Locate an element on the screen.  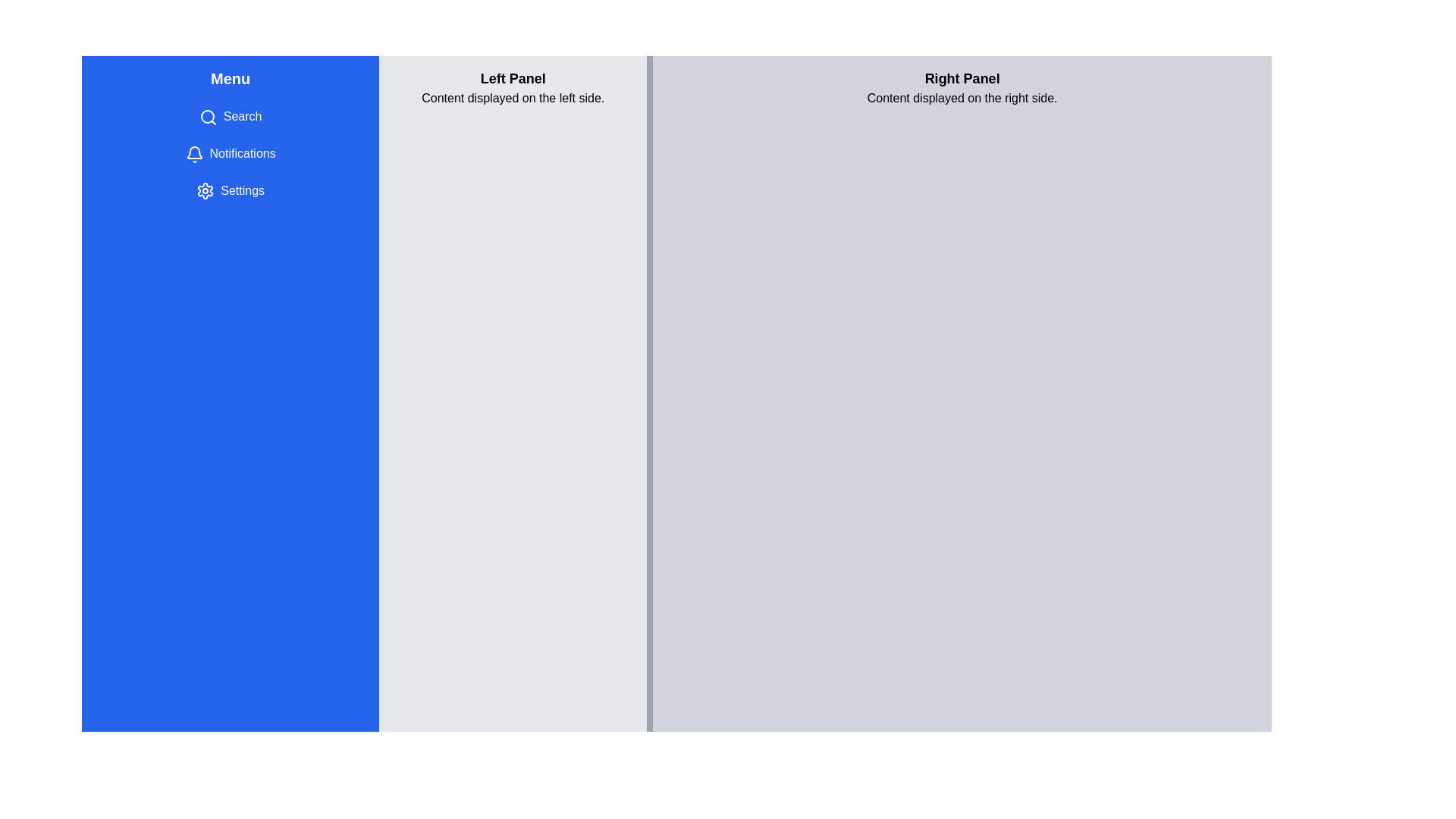
the lower portion of the bell icon representing the notification feature in the 'Notifications' section of the side menu is located at coordinates (193, 152).